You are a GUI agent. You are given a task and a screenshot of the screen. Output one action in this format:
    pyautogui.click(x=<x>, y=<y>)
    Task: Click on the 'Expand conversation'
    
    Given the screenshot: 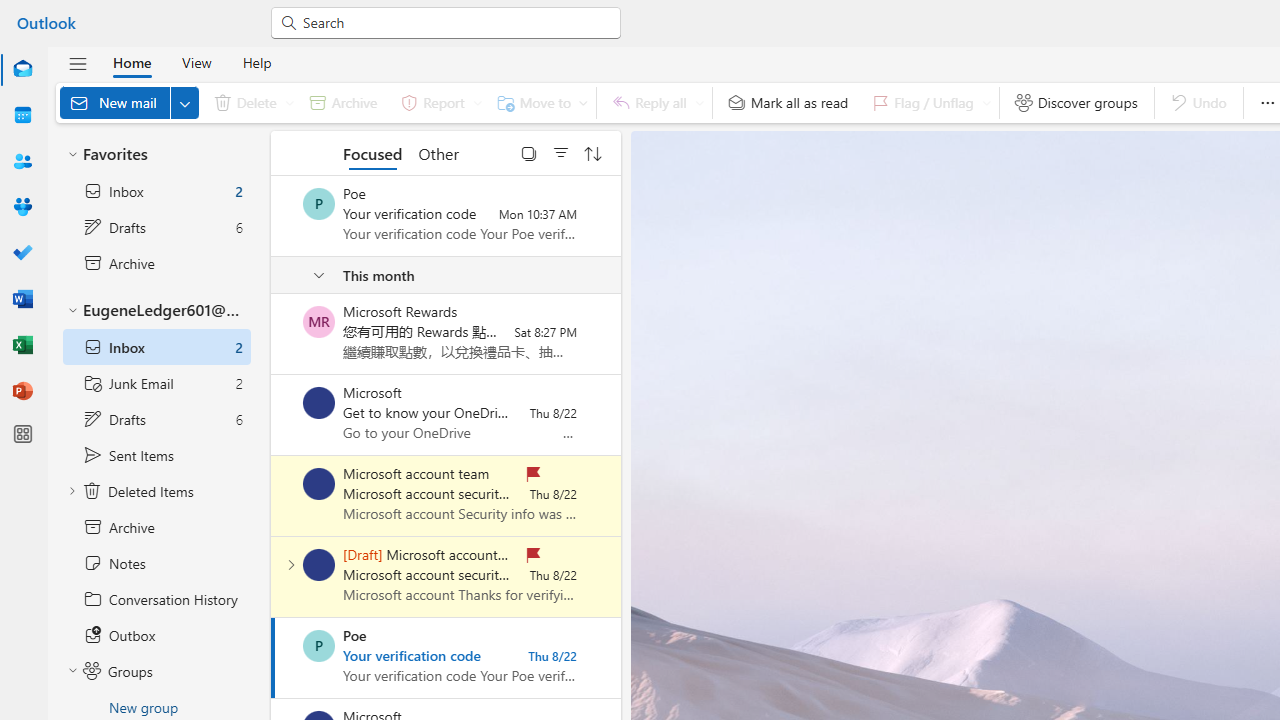 What is the action you would take?
    pyautogui.click(x=290, y=564)
    